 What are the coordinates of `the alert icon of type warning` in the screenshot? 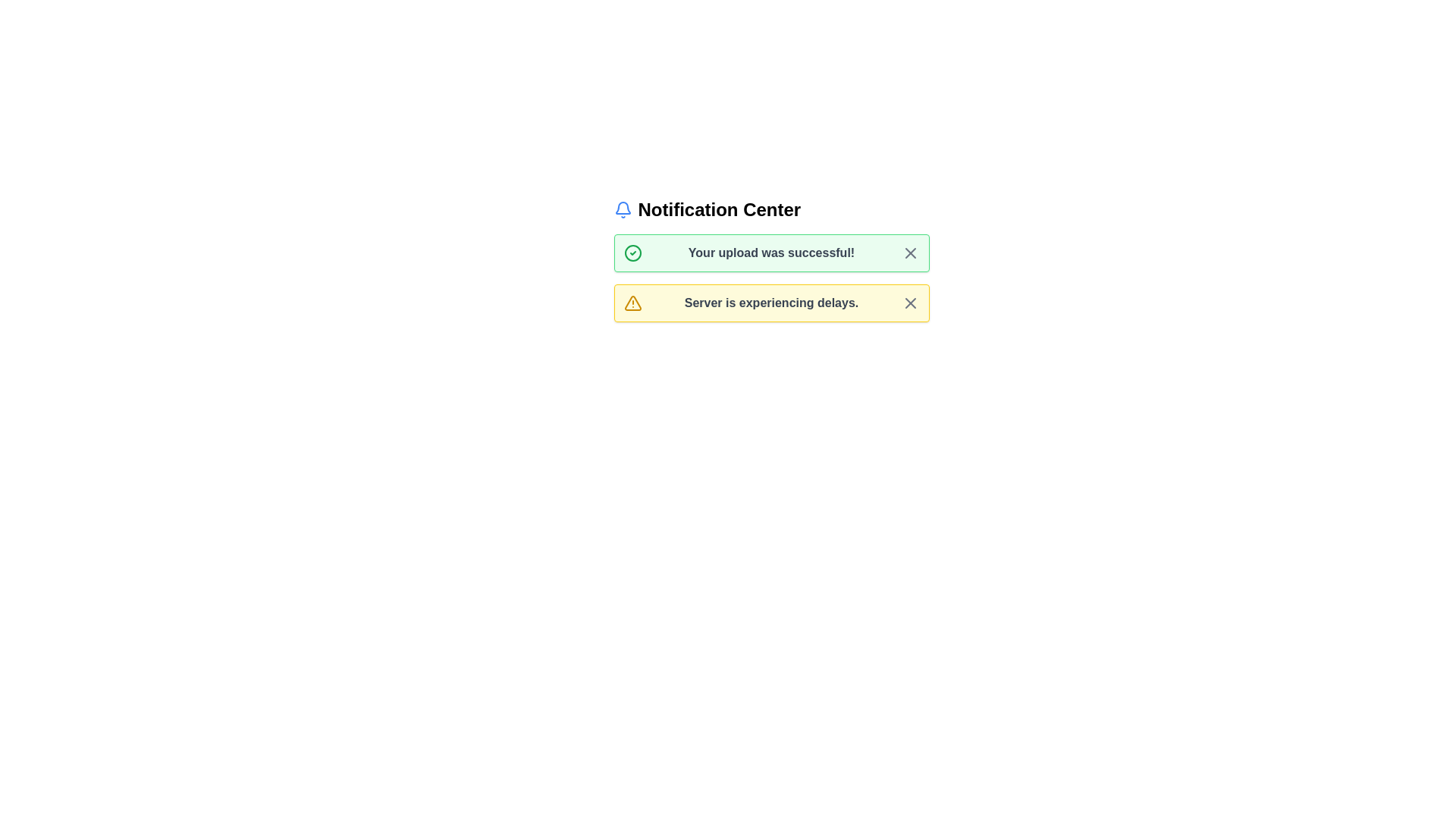 It's located at (632, 303).